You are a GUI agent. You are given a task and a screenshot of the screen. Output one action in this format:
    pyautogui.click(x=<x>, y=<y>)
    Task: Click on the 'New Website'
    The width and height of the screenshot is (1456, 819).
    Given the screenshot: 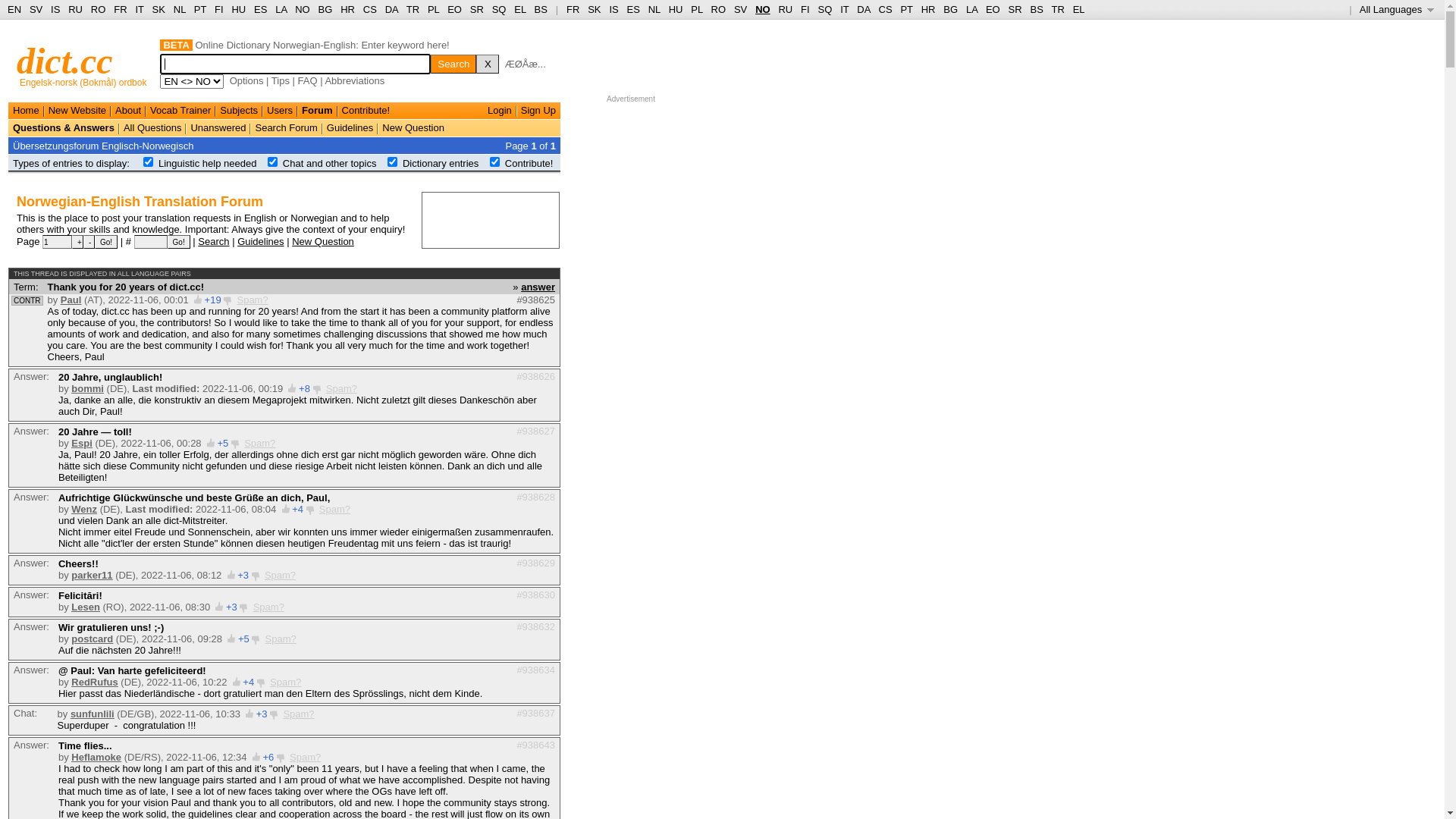 What is the action you would take?
    pyautogui.click(x=76, y=109)
    